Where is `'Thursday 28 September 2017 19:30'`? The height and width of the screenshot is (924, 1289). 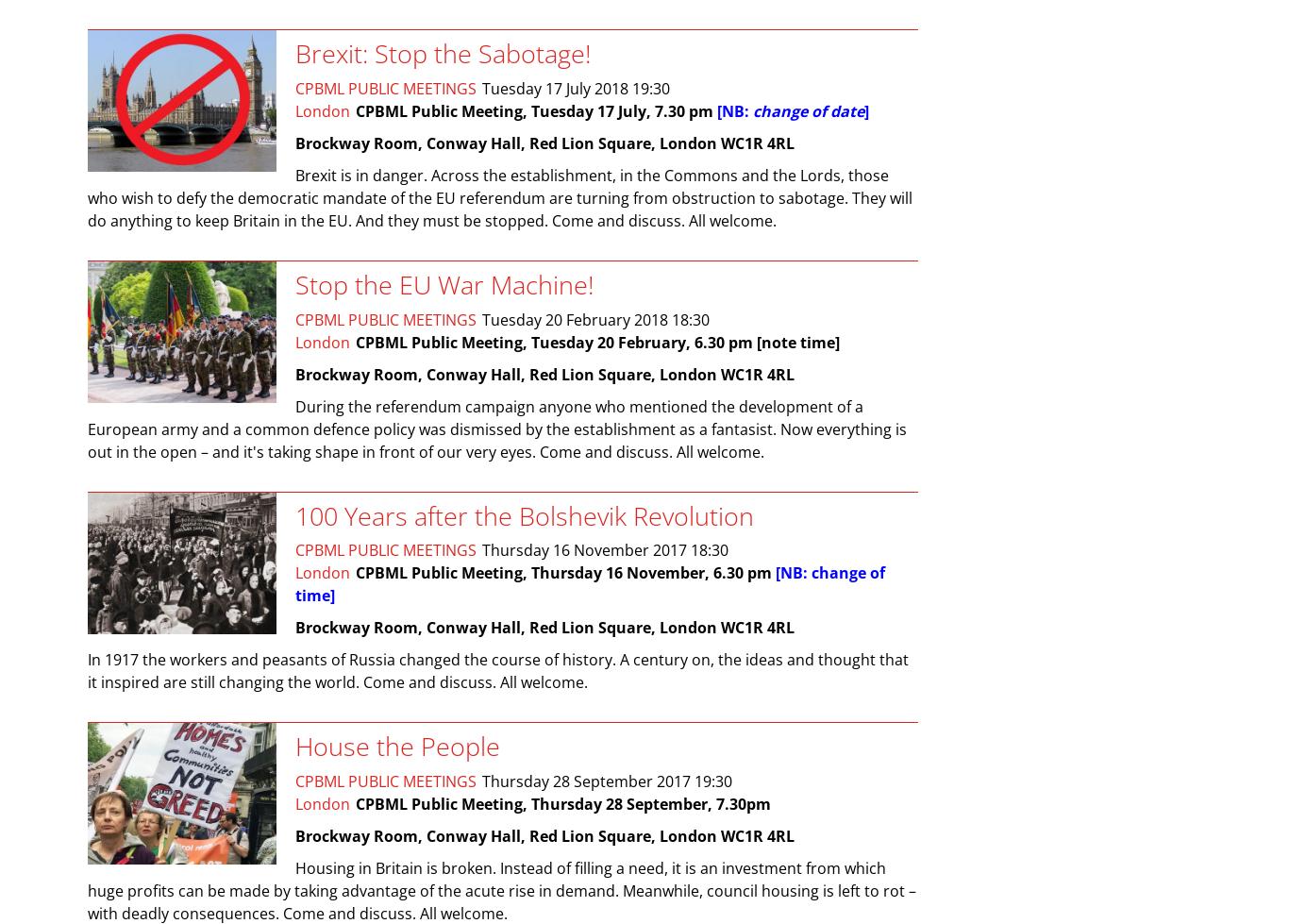
'Thursday 28 September 2017 19:30' is located at coordinates (482, 781).